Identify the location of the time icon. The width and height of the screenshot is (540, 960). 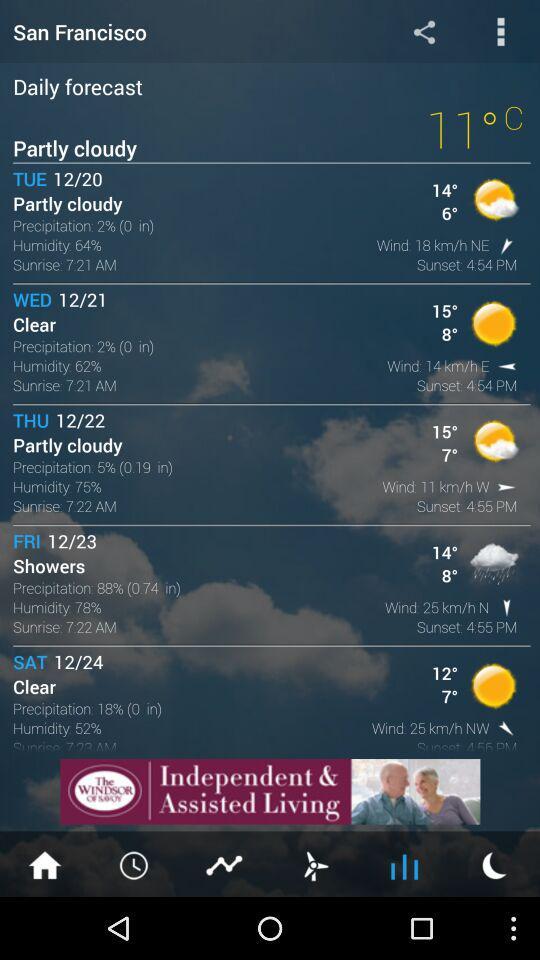
(135, 925).